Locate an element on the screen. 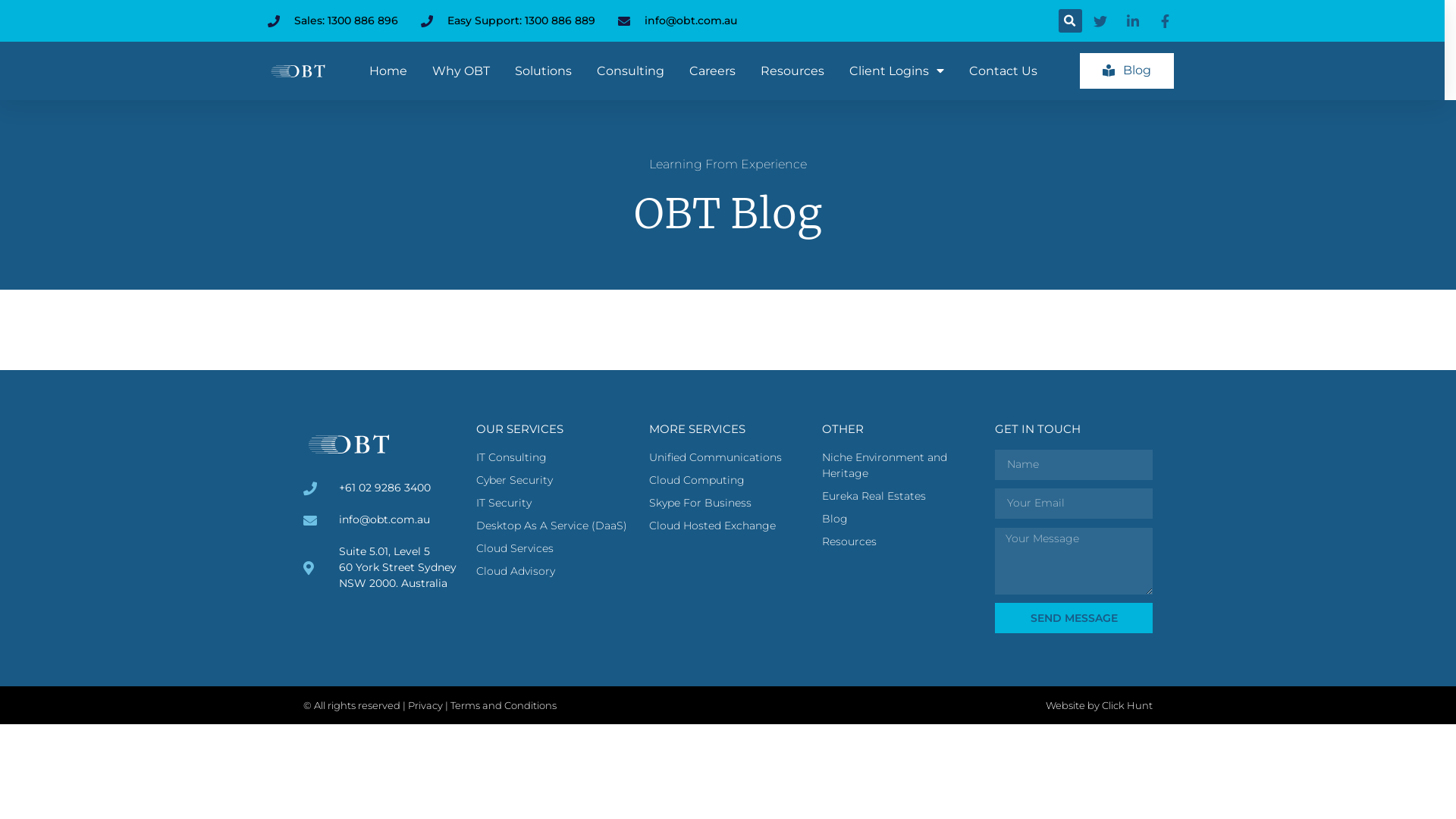  'Resources' is located at coordinates (901, 541).